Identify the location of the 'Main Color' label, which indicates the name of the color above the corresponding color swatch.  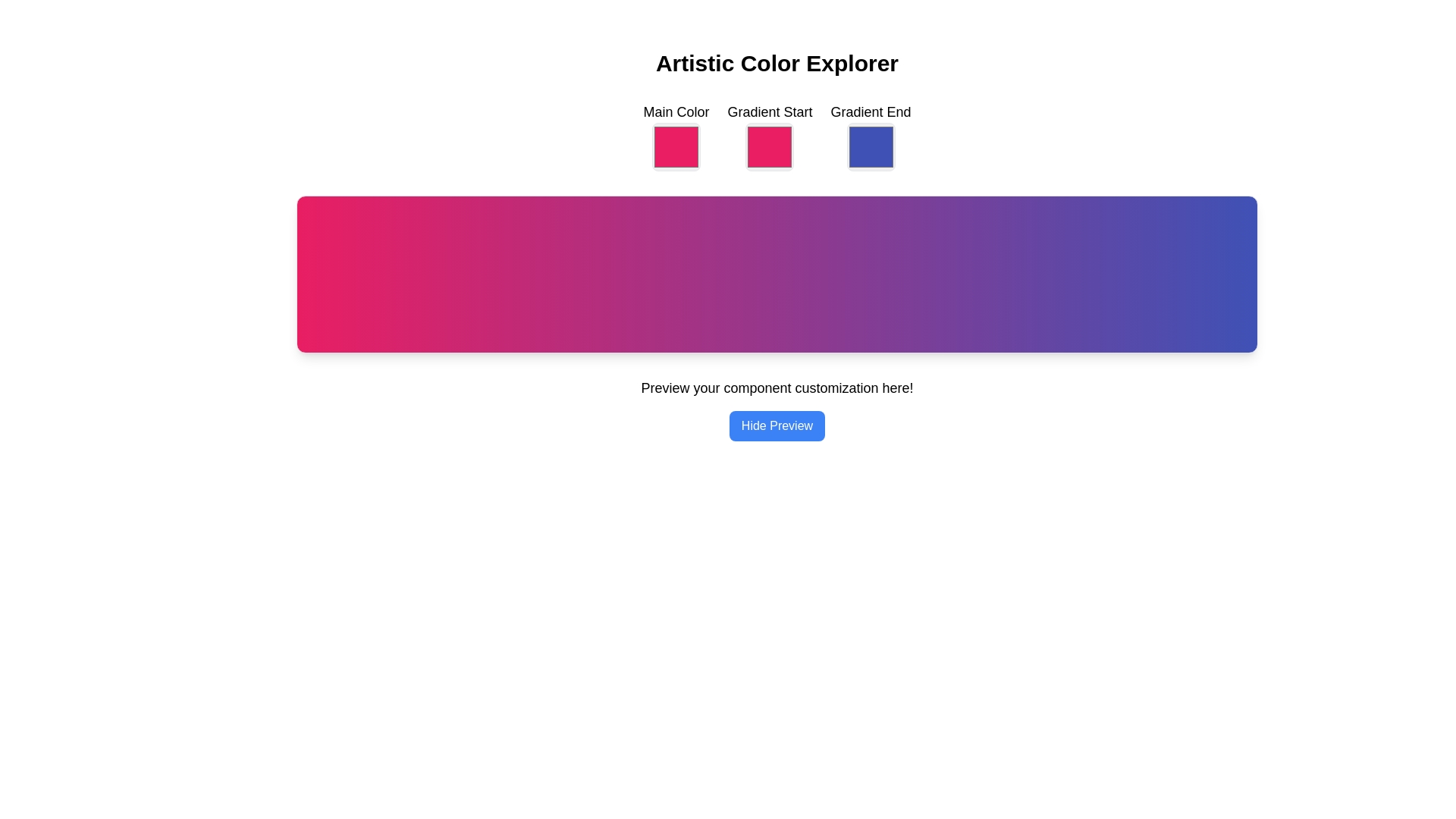
(675, 111).